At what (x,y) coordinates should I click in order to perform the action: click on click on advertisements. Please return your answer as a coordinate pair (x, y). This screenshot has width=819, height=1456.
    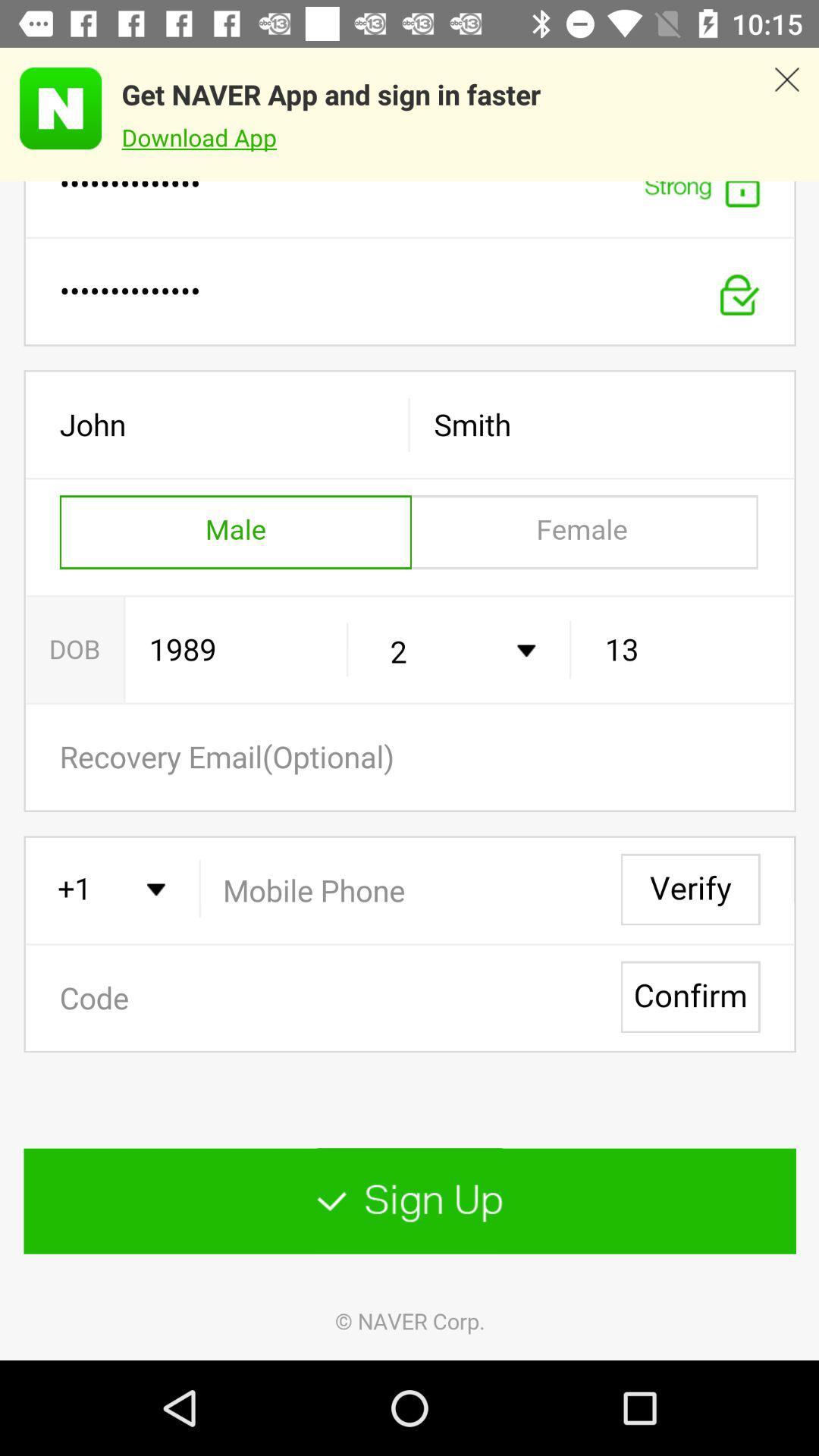
    Looking at the image, I should click on (50, 108).